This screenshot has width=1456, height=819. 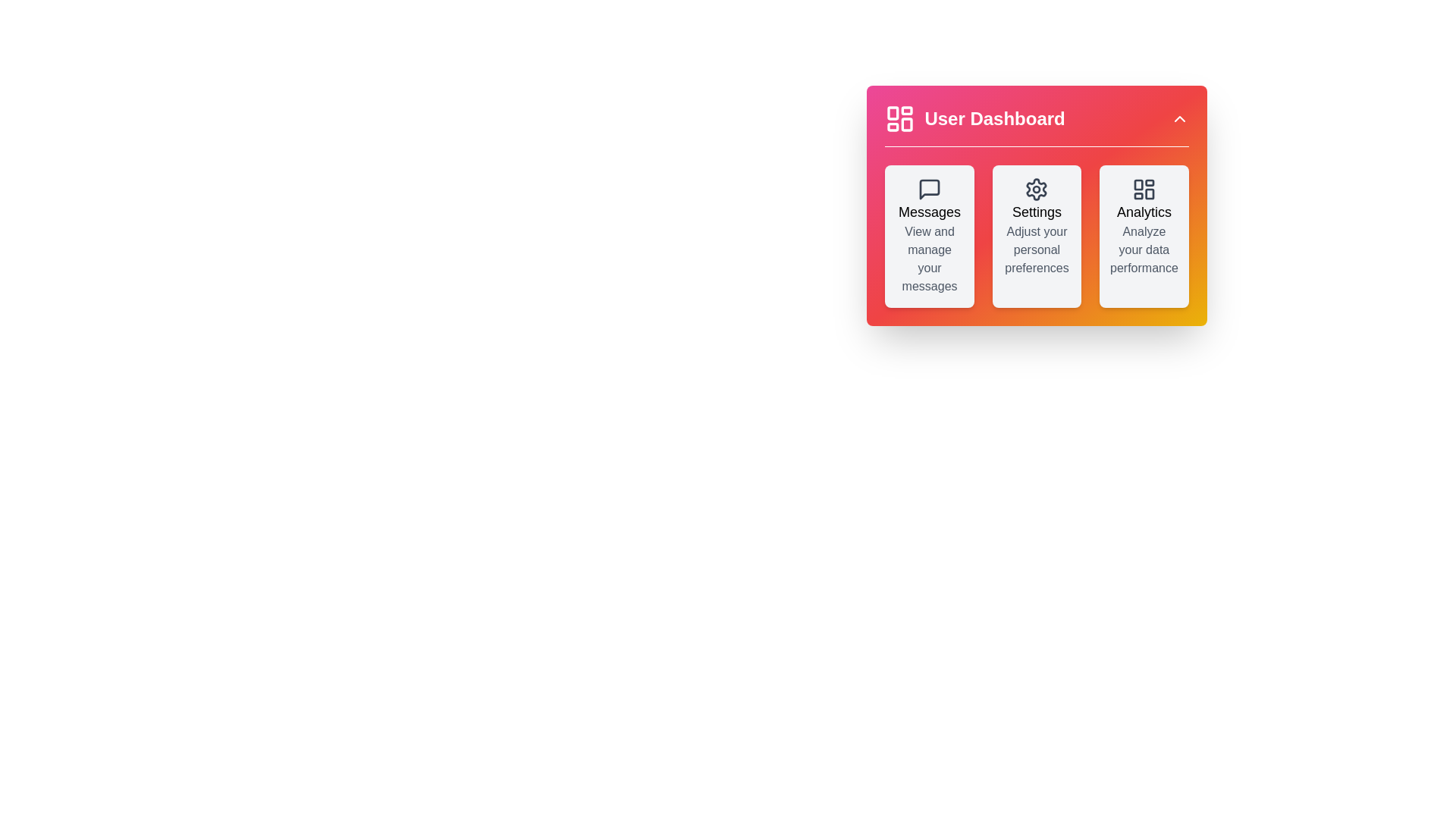 I want to click on descriptive text label beneath the 'Analytics' title in the third column of the grid arrangement, so click(x=1144, y=249).